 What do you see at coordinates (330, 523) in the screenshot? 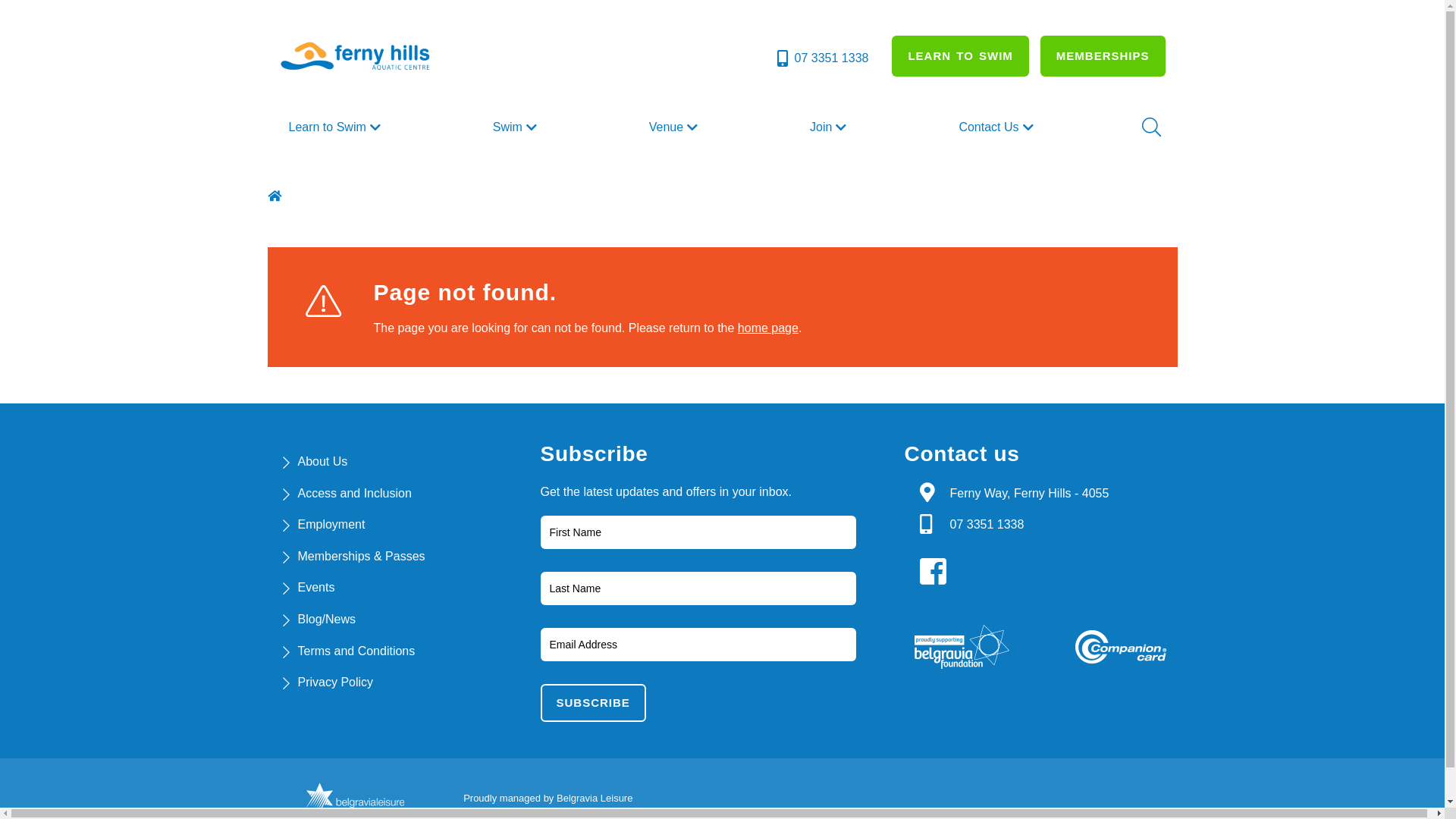
I see `'Employment'` at bounding box center [330, 523].